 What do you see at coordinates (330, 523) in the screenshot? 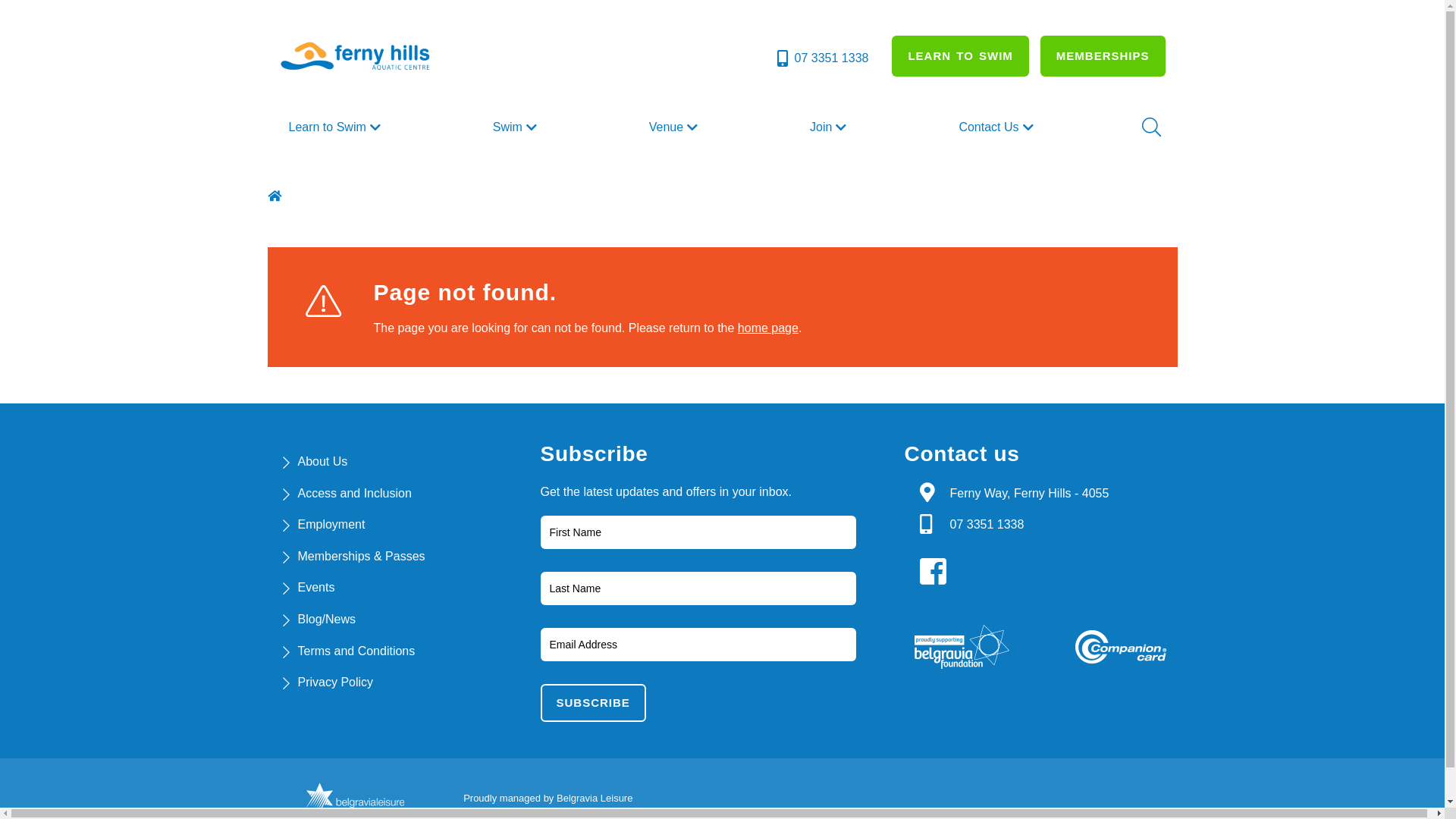
I see `'Employment'` at bounding box center [330, 523].